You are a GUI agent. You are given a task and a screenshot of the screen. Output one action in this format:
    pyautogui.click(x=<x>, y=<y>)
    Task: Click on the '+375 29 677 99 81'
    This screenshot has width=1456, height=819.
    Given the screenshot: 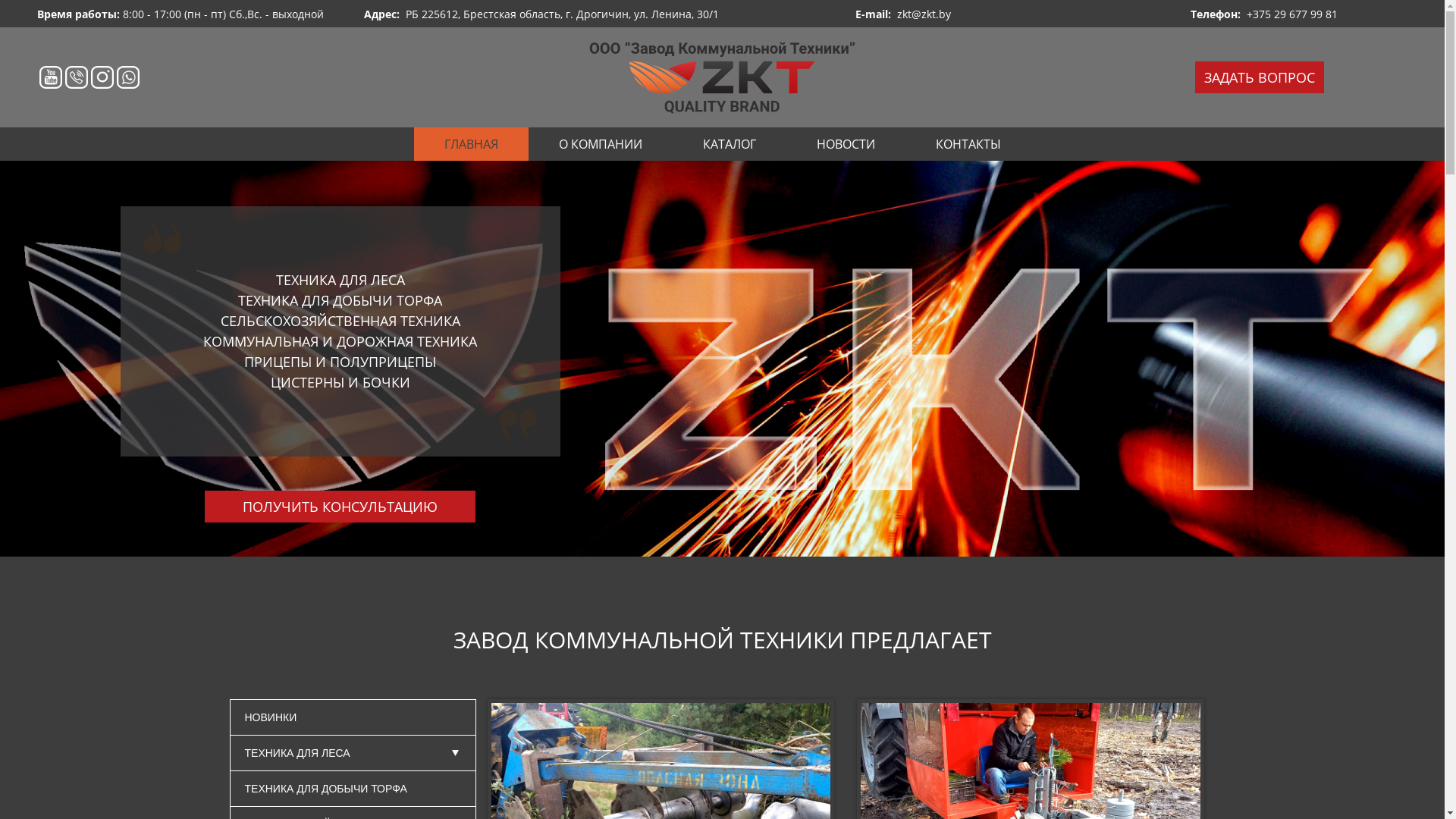 What is the action you would take?
    pyautogui.click(x=1291, y=14)
    